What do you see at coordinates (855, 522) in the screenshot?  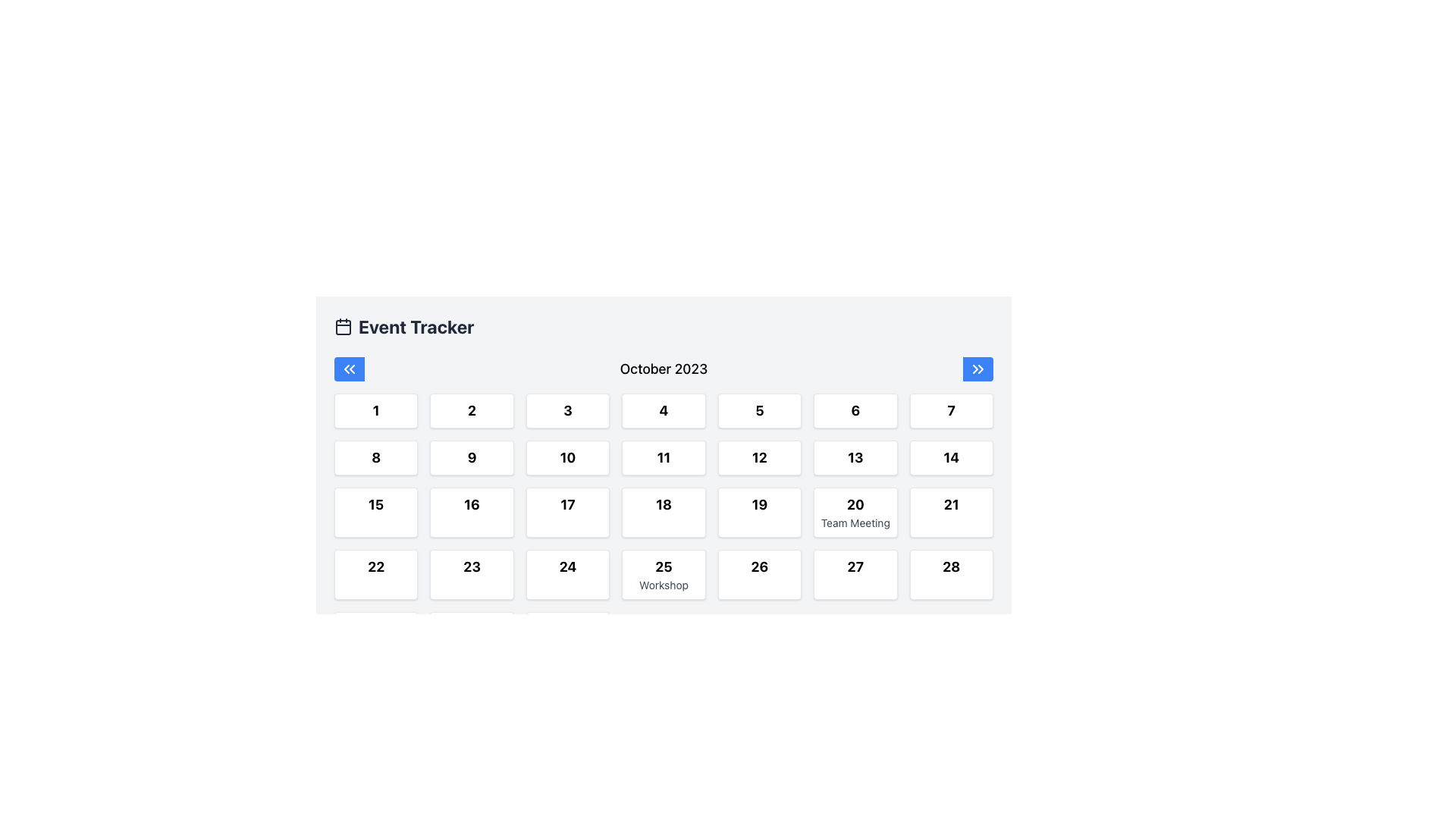 I see `text content of the 'Team Meeting' label, which is a small gray text located below the number '20' in the calendar interface` at bounding box center [855, 522].